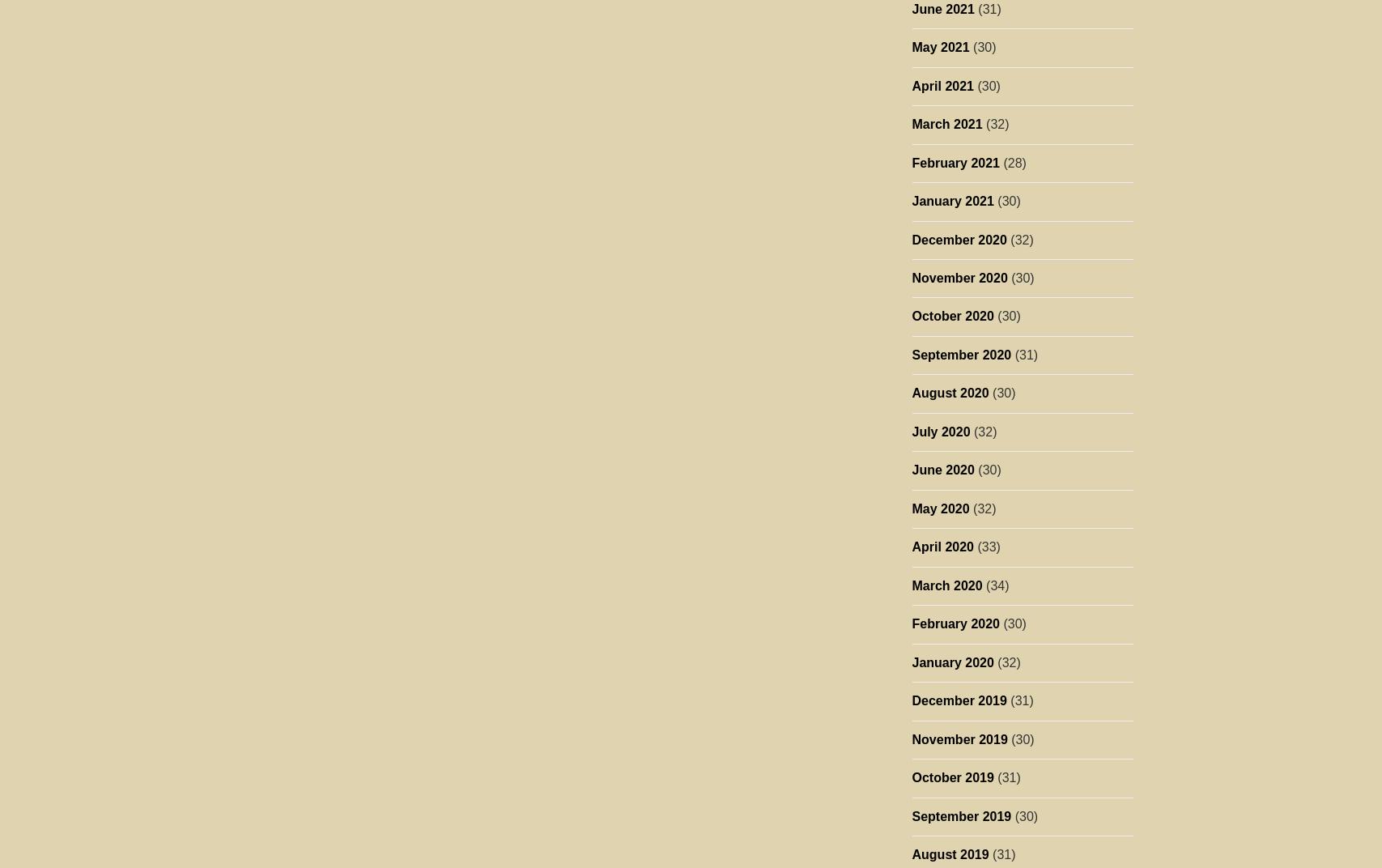  What do you see at coordinates (946, 584) in the screenshot?
I see `'March 2020'` at bounding box center [946, 584].